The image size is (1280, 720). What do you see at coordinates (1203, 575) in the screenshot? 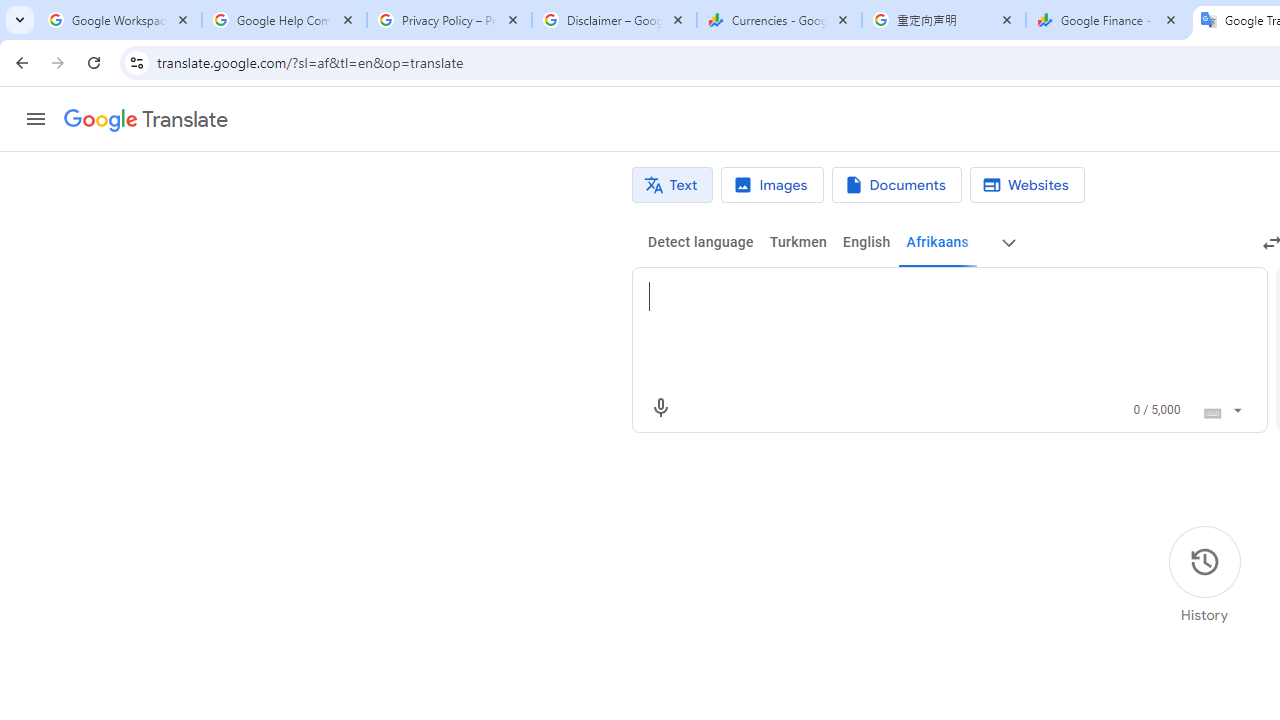
I see `'History'` at bounding box center [1203, 575].